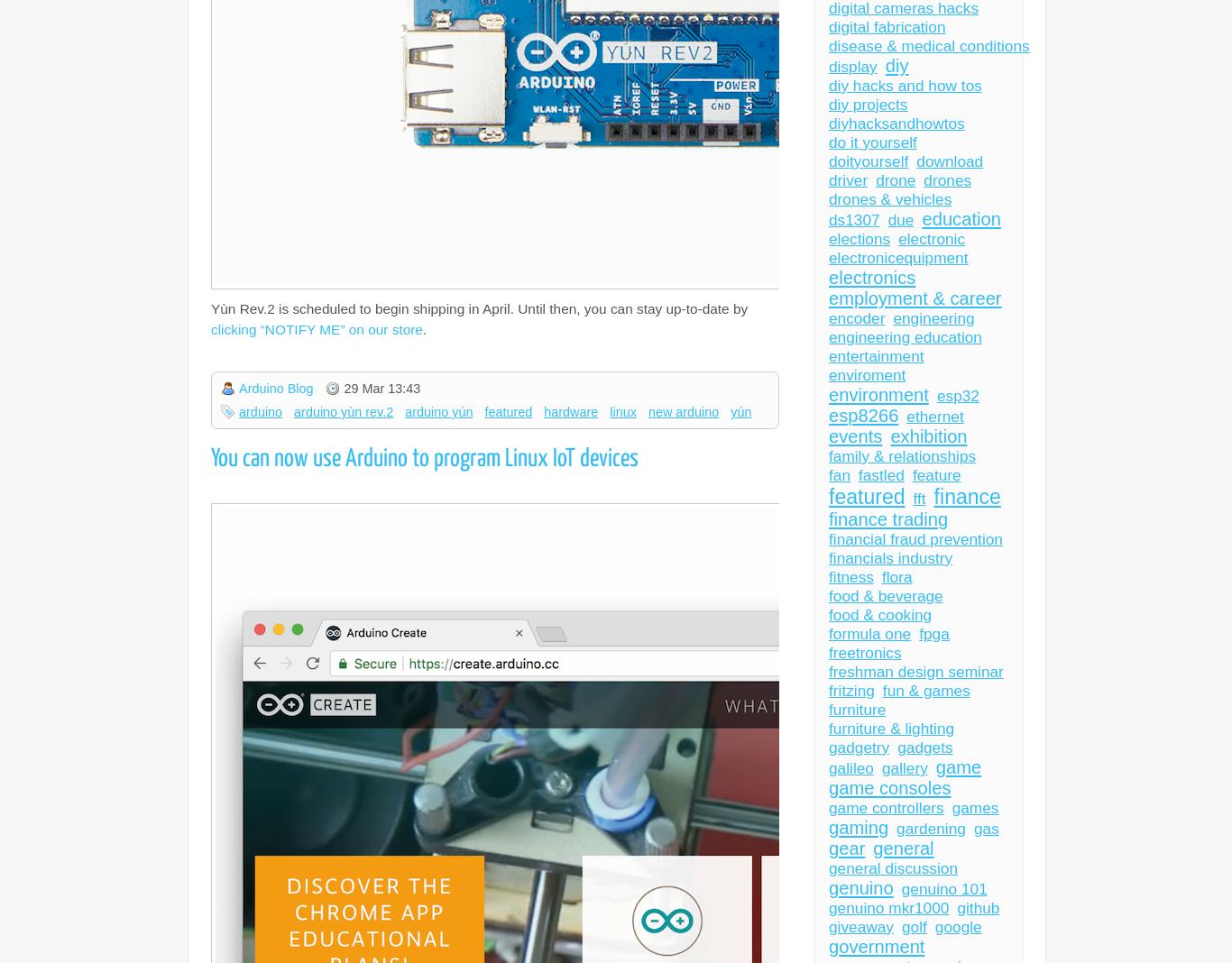  I want to click on 'games', so click(974, 807).